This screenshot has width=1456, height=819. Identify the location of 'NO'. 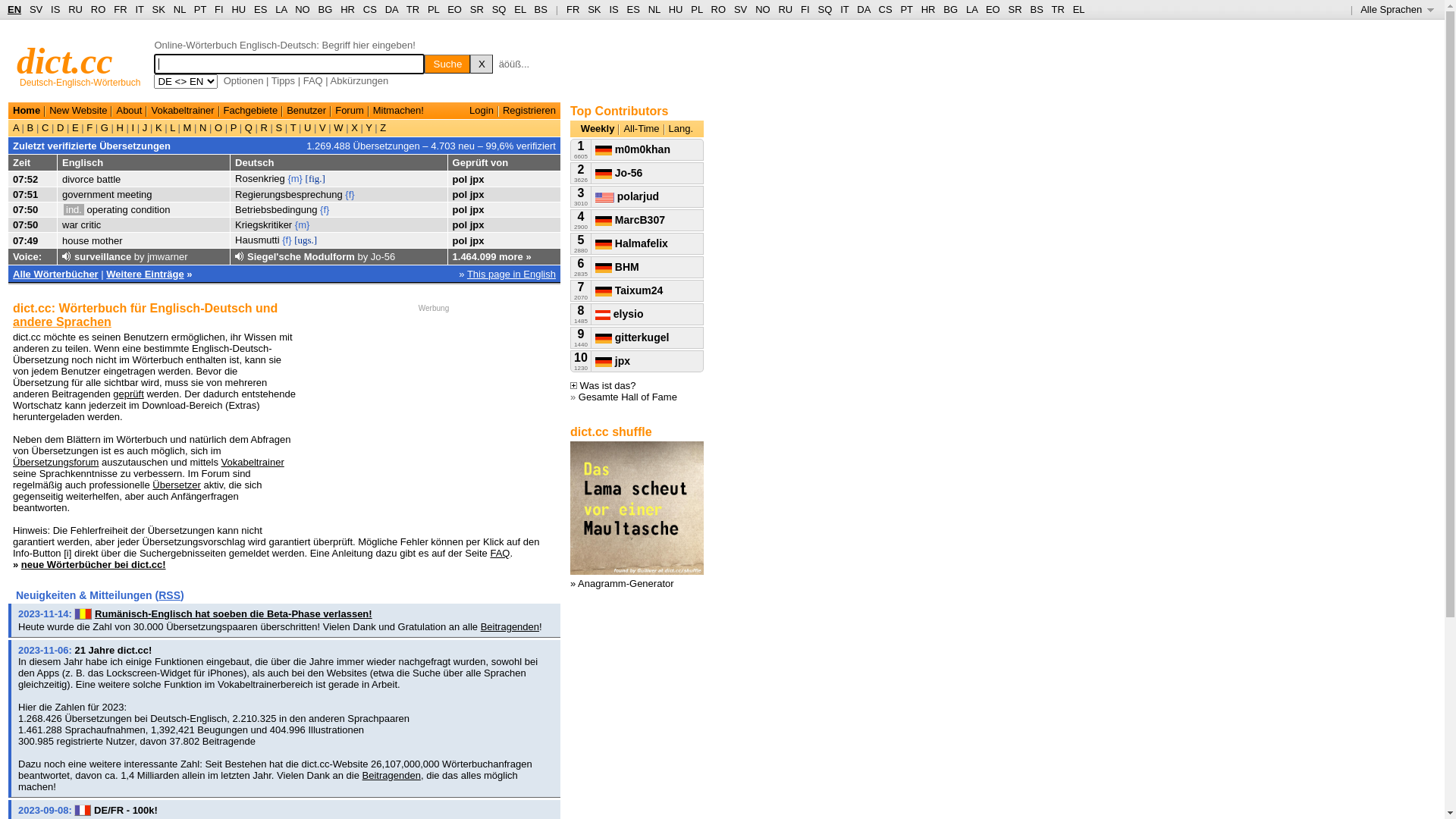
(763, 9).